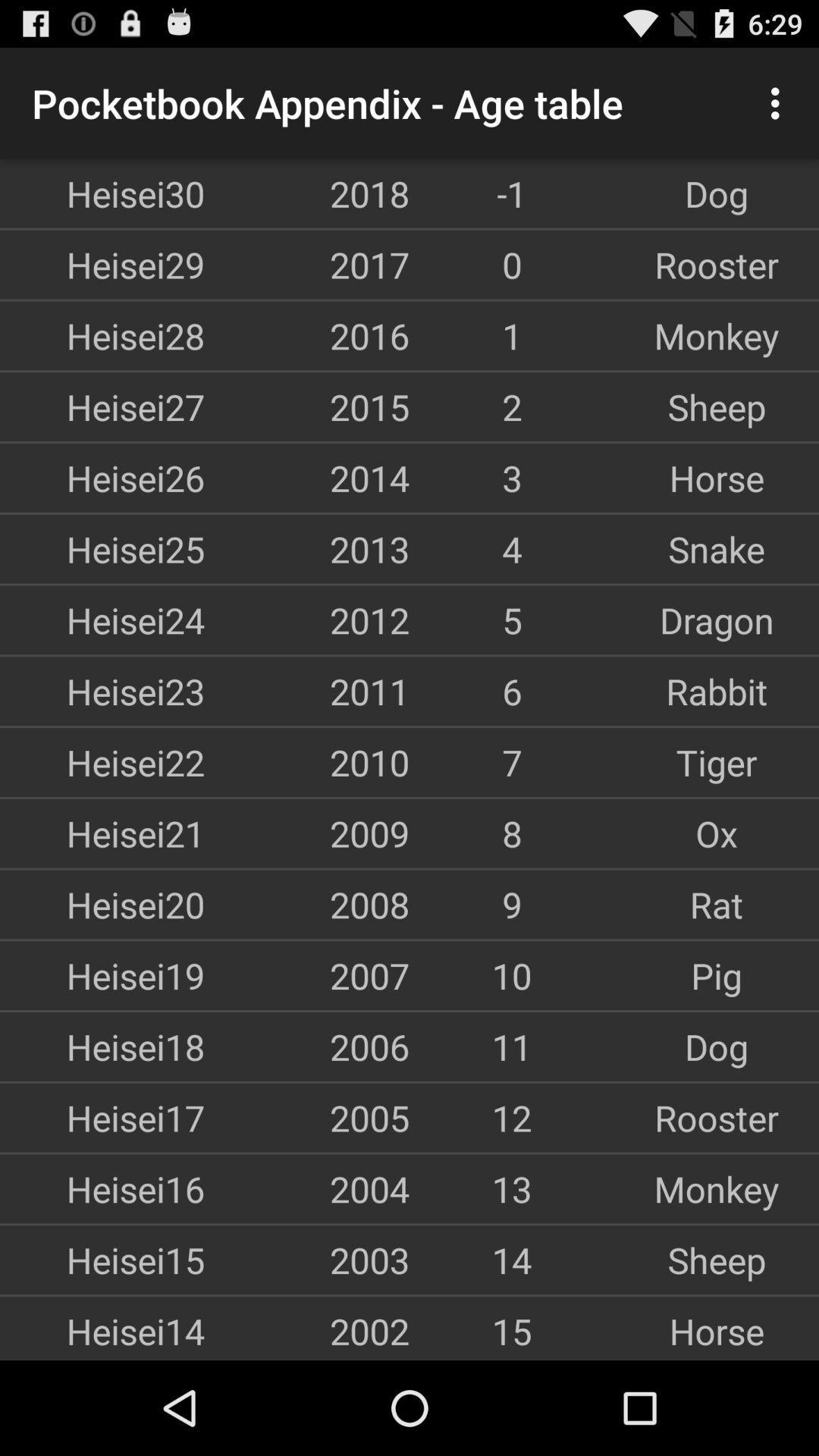 Image resolution: width=819 pixels, height=1456 pixels. What do you see at coordinates (307, 1046) in the screenshot?
I see `the item next to the 11 icon` at bounding box center [307, 1046].